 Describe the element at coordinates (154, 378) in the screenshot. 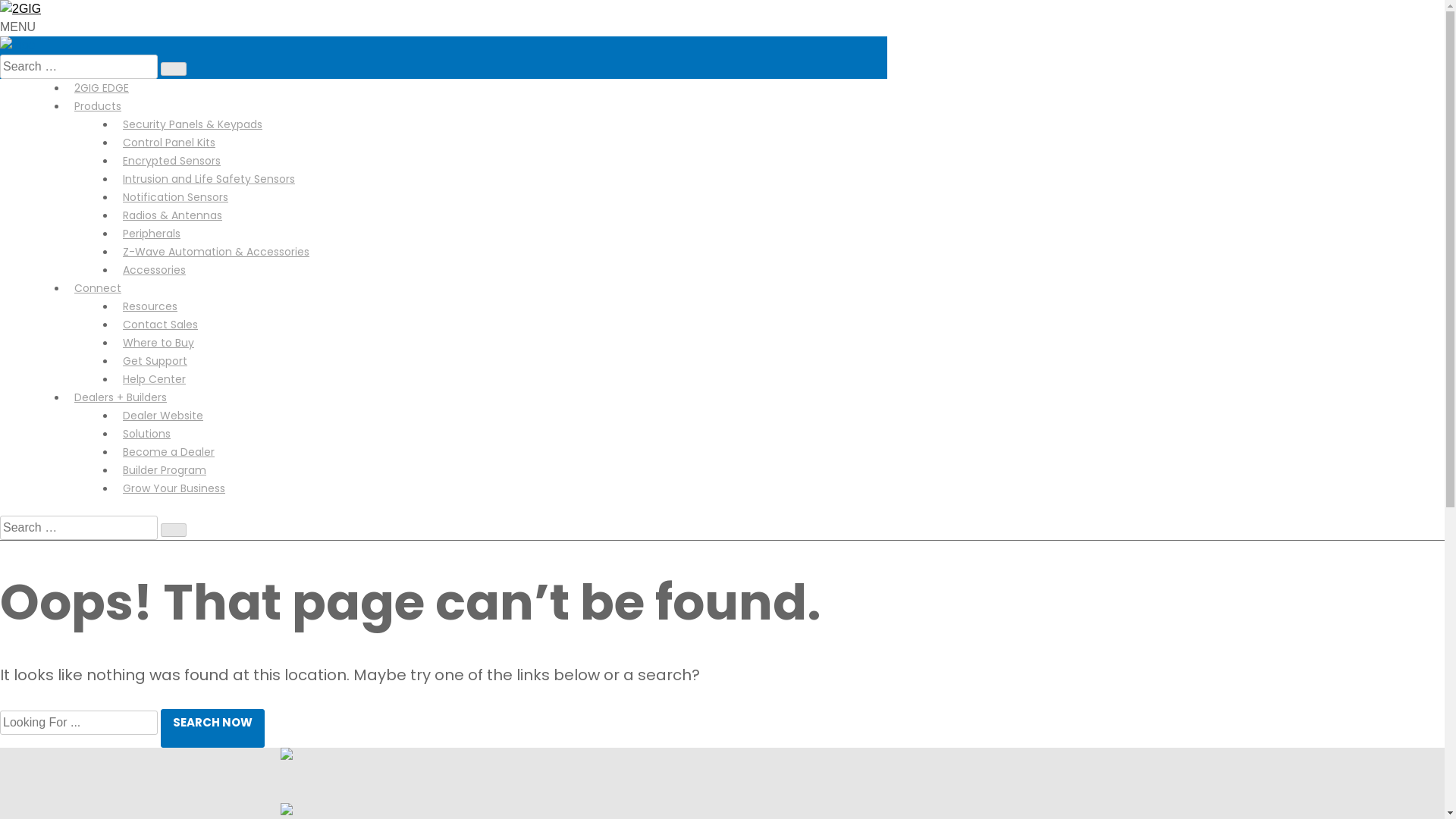

I see `'Help Center'` at that location.